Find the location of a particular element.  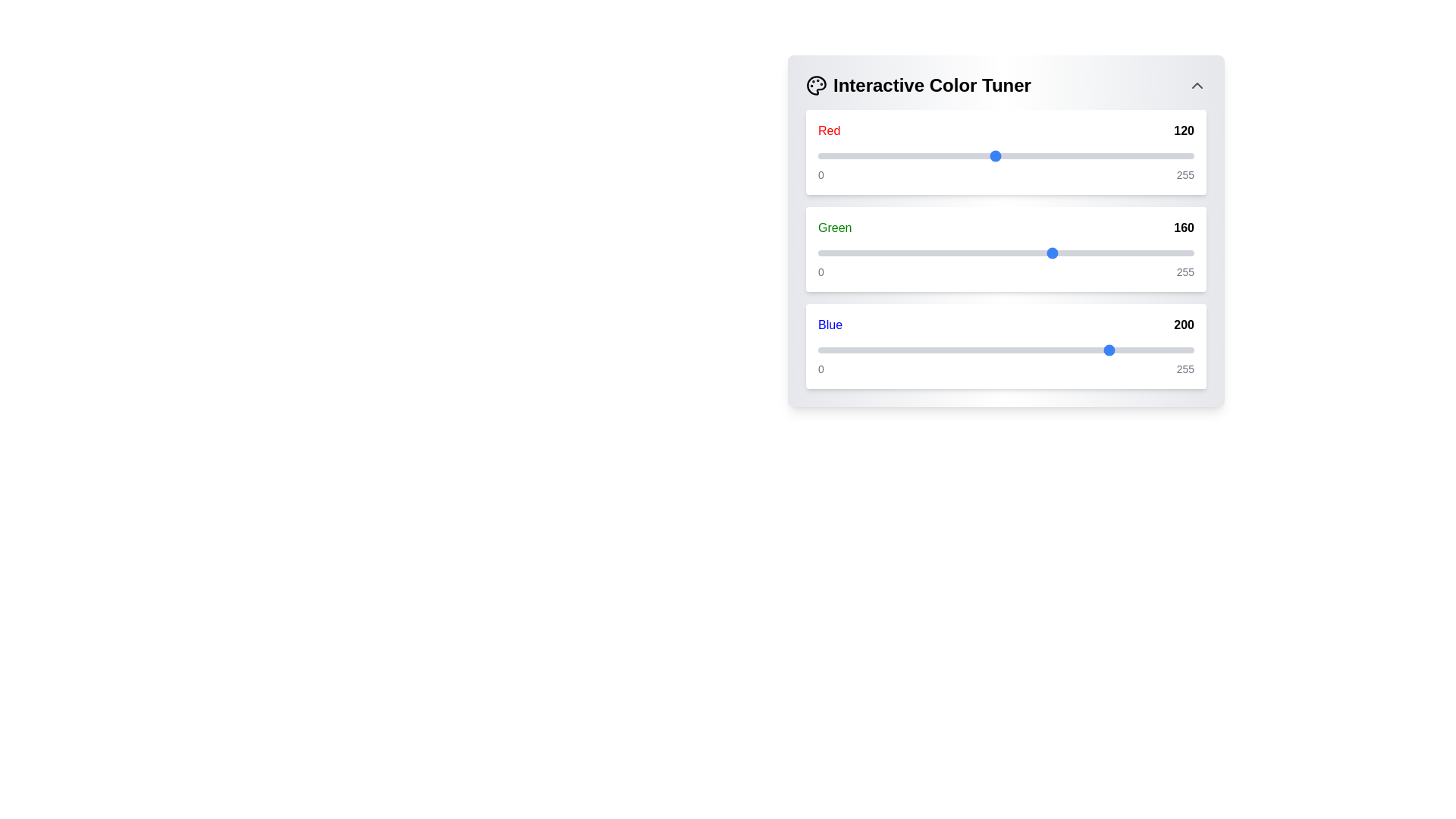

the red color intensity is located at coordinates (823, 155).